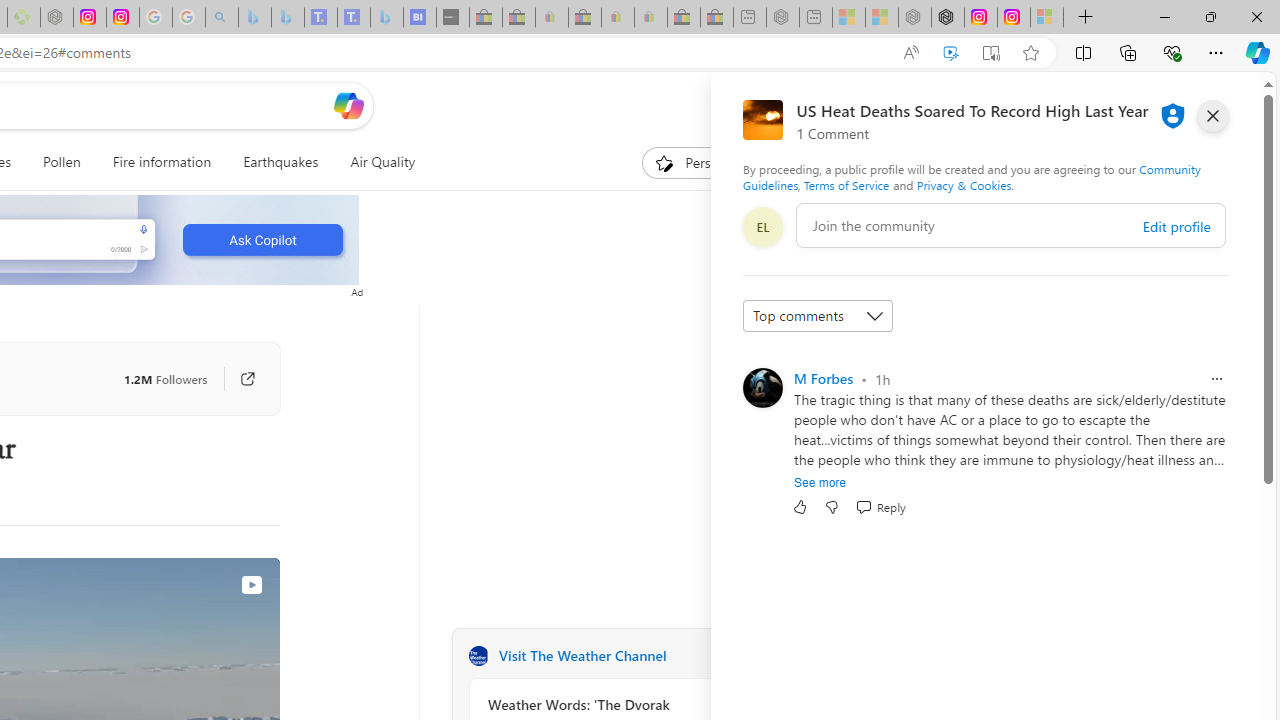 The height and width of the screenshot is (720, 1280). Describe the element at coordinates (154, 17) in the screenshot. I see `'Safety in Our Products - Google Safety Center - Sleeping'` at that location.